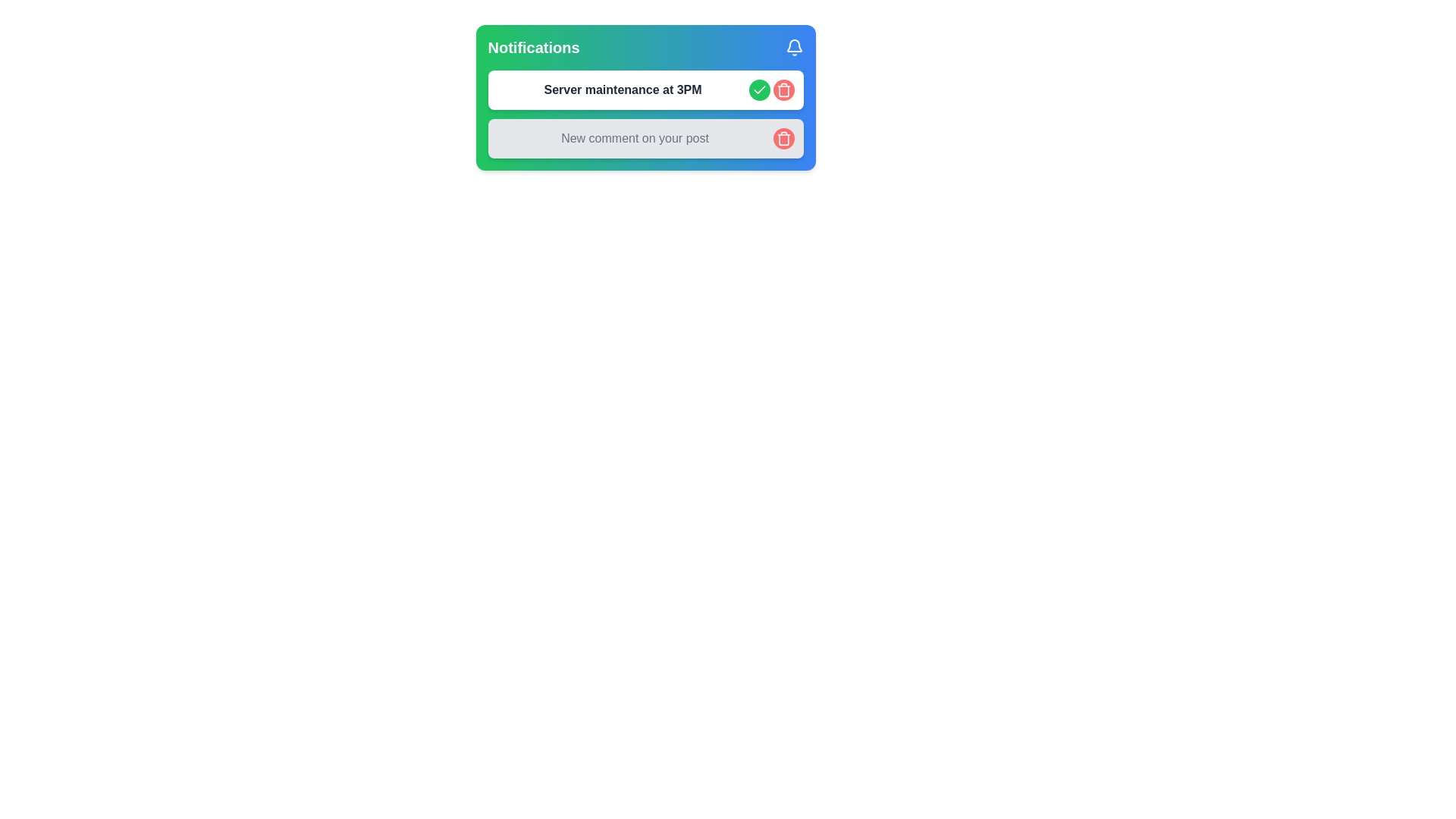  I want to click on the button that marks notifications as 'read' or 'acknowledged', located to the right of the notification entry titled 'Server maintenance at 3PM' in the top notification card, so click(759, 90).